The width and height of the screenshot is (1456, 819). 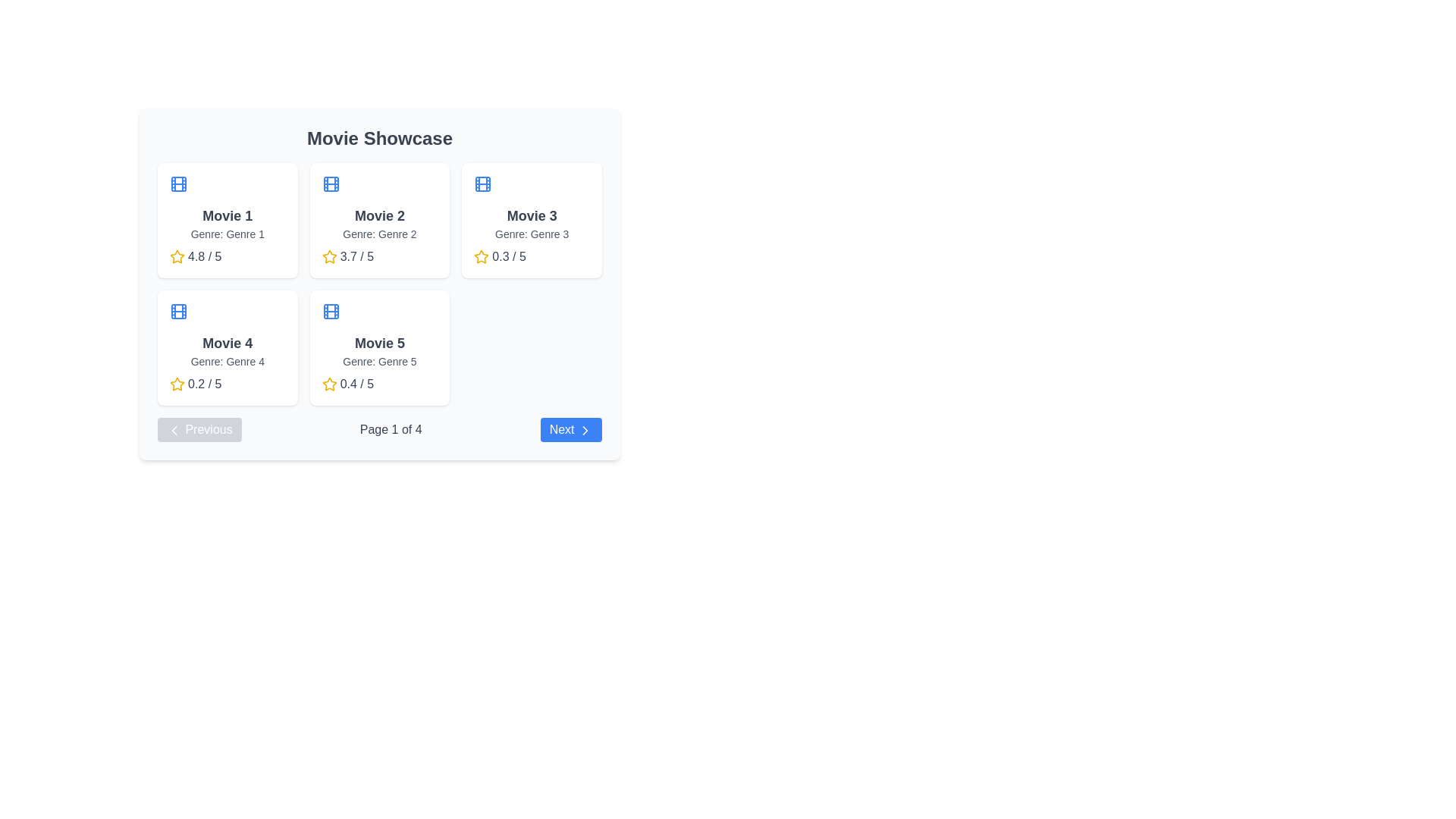 What do you see at coordinates (482, 184) in the screenshot?
I see `the movie icon located in the top-right corner of the 'Movie Showcase' grid layout, associated with 'Movie 3'` at bounding box center [482, 184].